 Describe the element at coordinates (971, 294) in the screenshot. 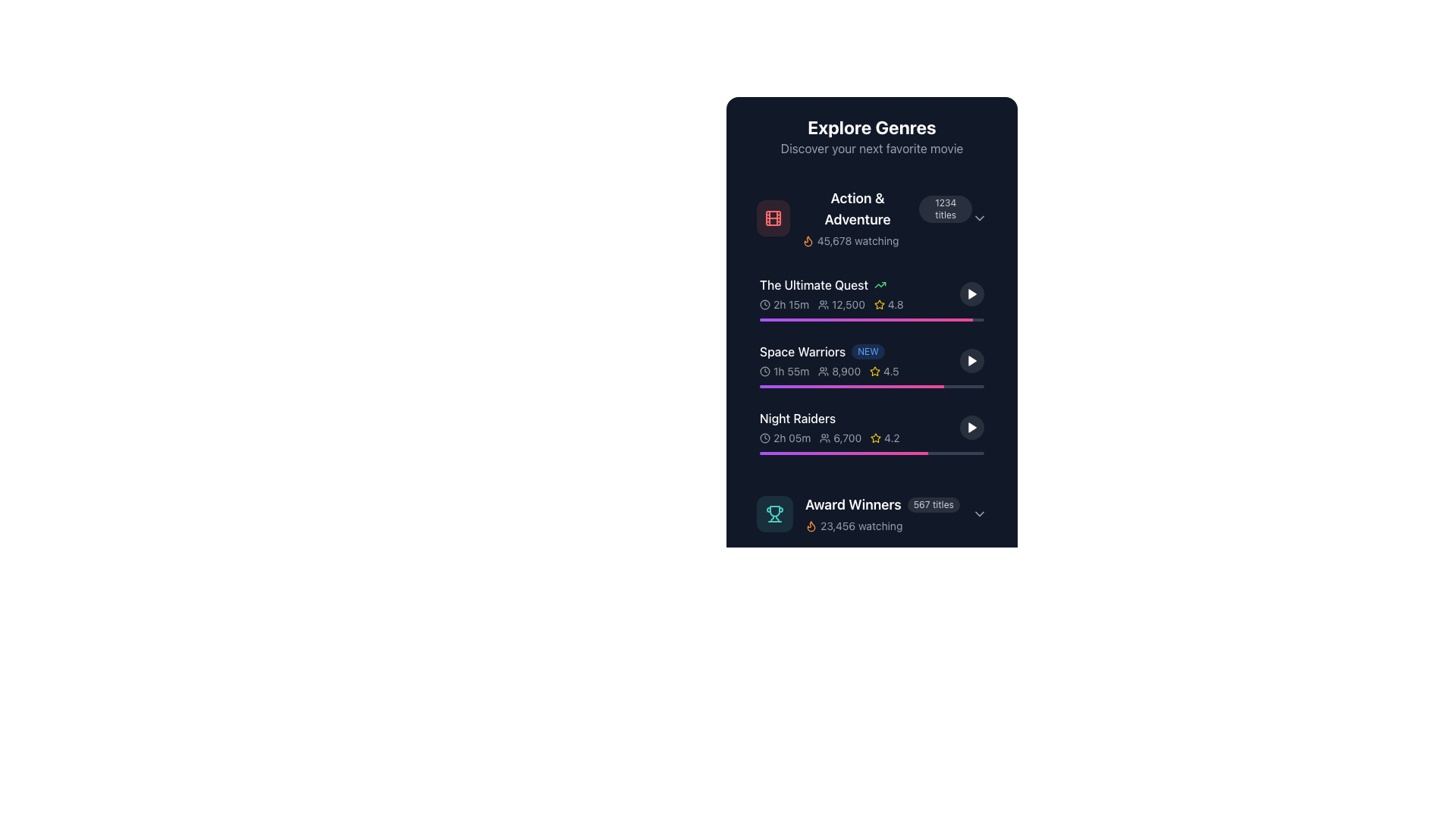

I see `the button for 'The Ultimate Quest' listing` at that location.